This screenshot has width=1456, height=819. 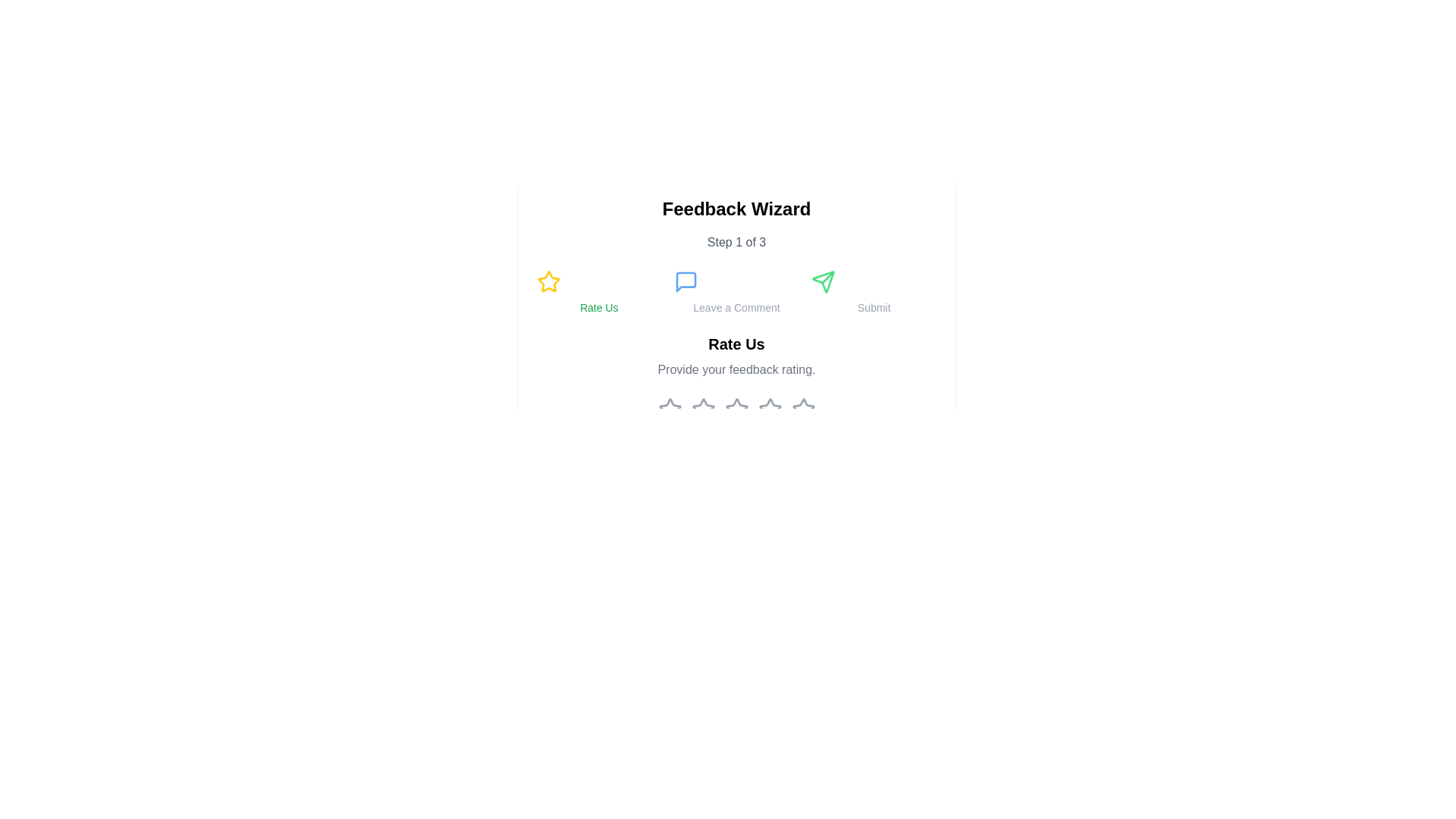 What do you see at coordinates (736, 409) in the screenshot?
I see `the third star in the series of five rating stars displayed beneath the 'Rate Us' section for interactivity` at bounding box center [736, 409].